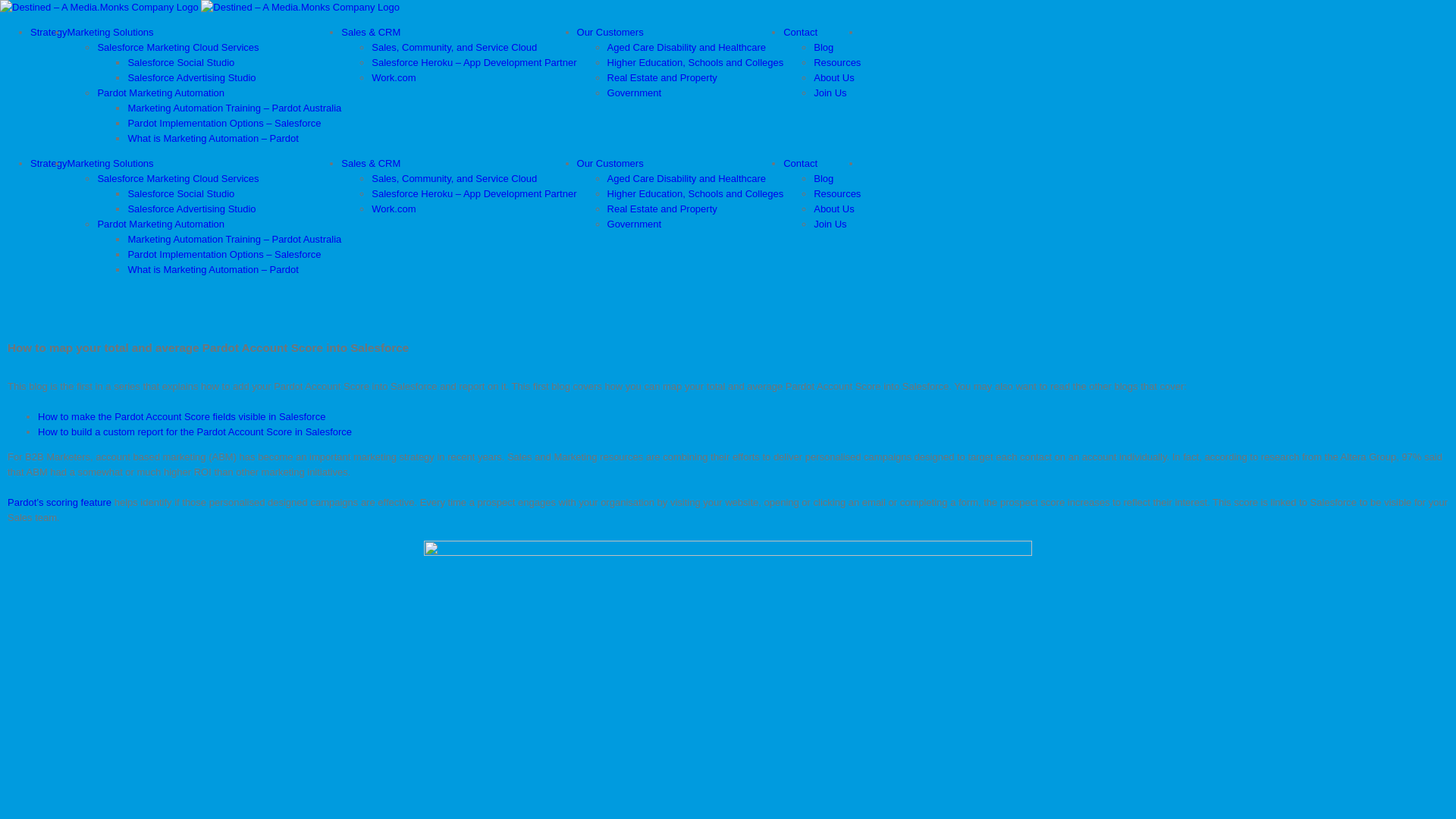  Describe the element at coordinates (453, 177) in the screenshot. I see `'Sales, Community, and Service Cloud'` at that location.